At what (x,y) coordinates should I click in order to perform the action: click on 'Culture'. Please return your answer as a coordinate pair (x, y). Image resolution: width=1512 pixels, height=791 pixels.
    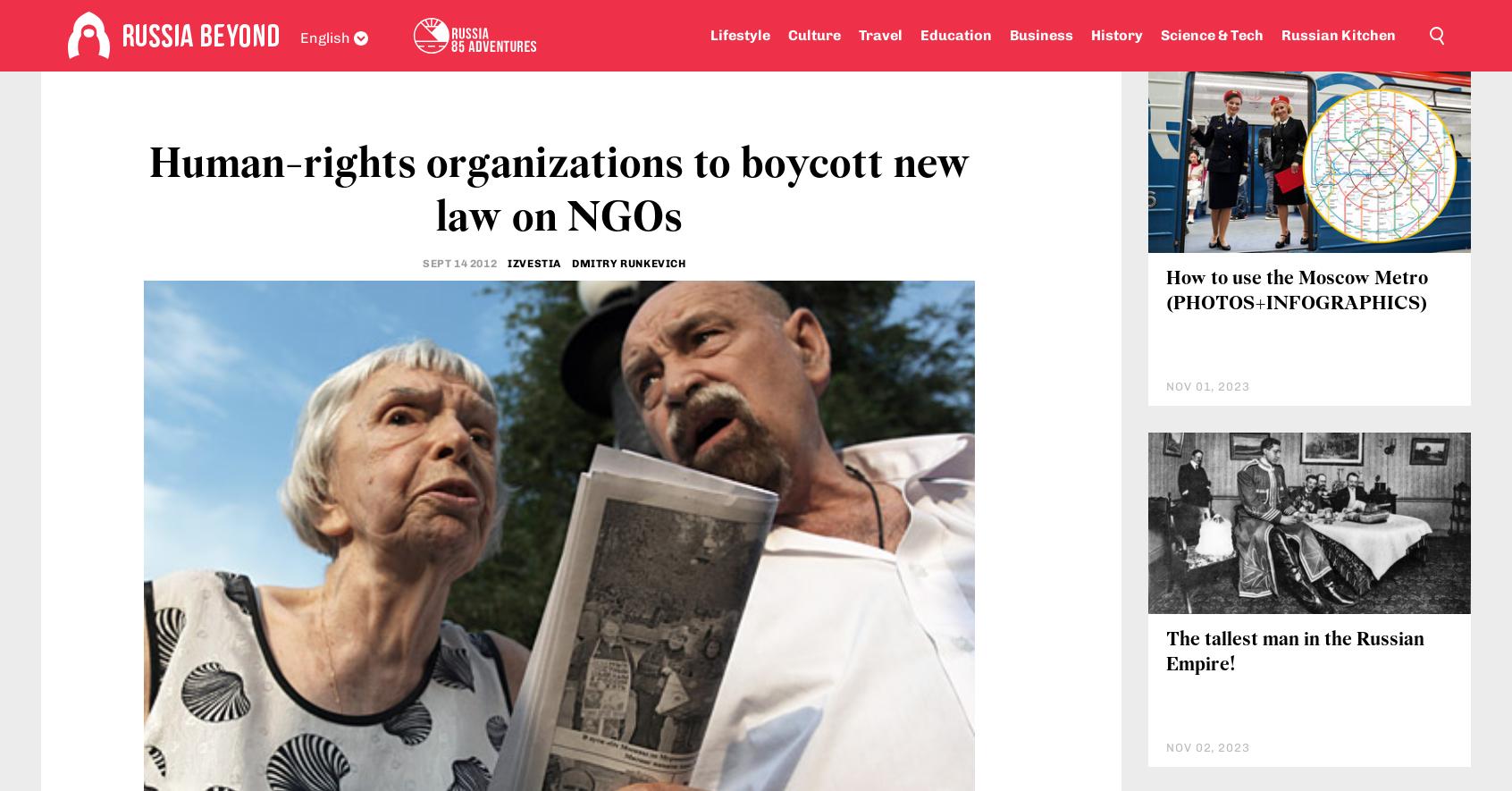
    Looking at the image, I should click on (812, 35).